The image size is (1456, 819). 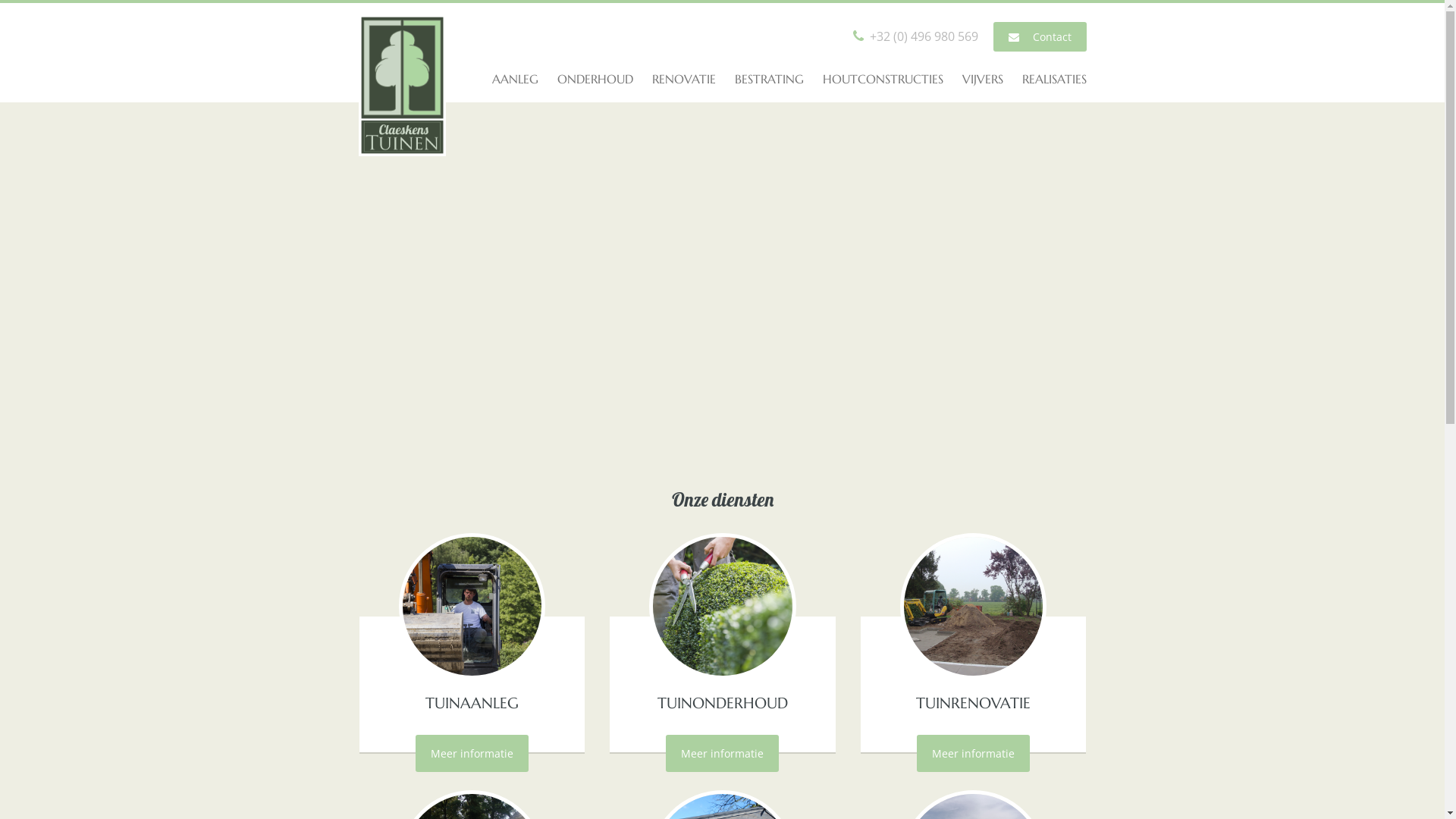 I want to click on '  Contact', so click(x=1039, y=36).